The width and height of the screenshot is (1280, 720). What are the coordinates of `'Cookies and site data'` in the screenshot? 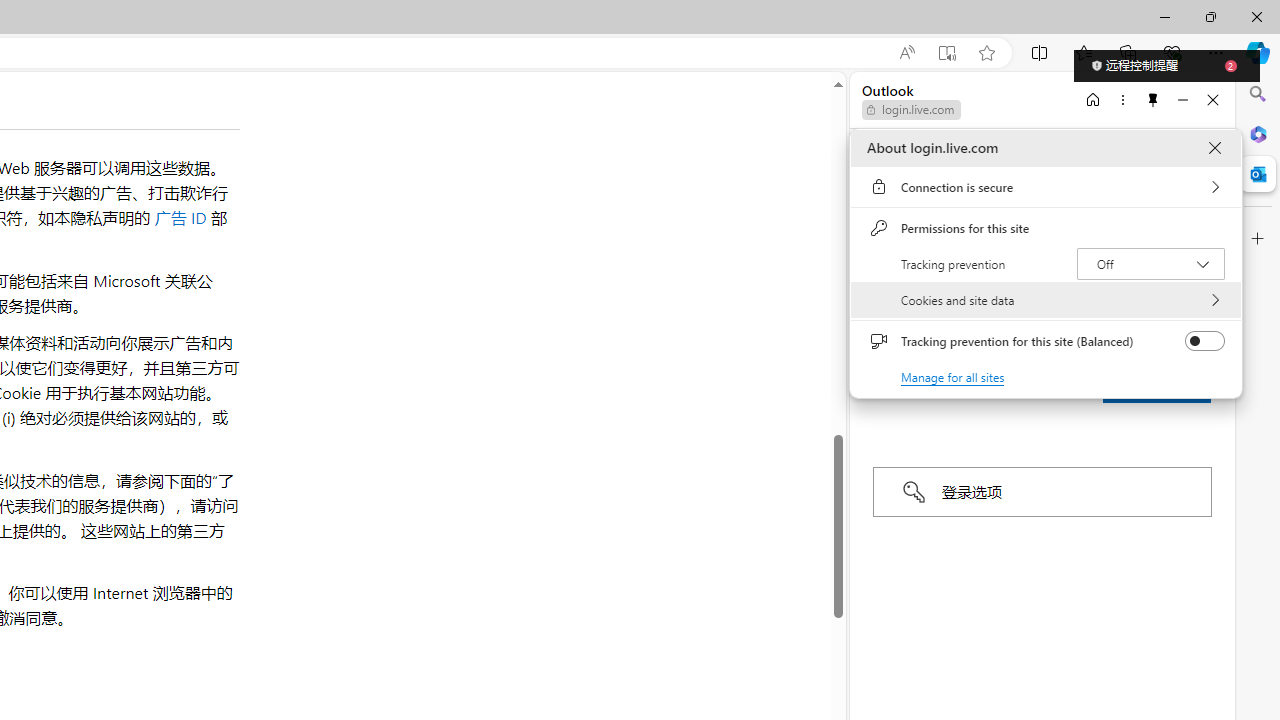 It's located at (1045, 300).